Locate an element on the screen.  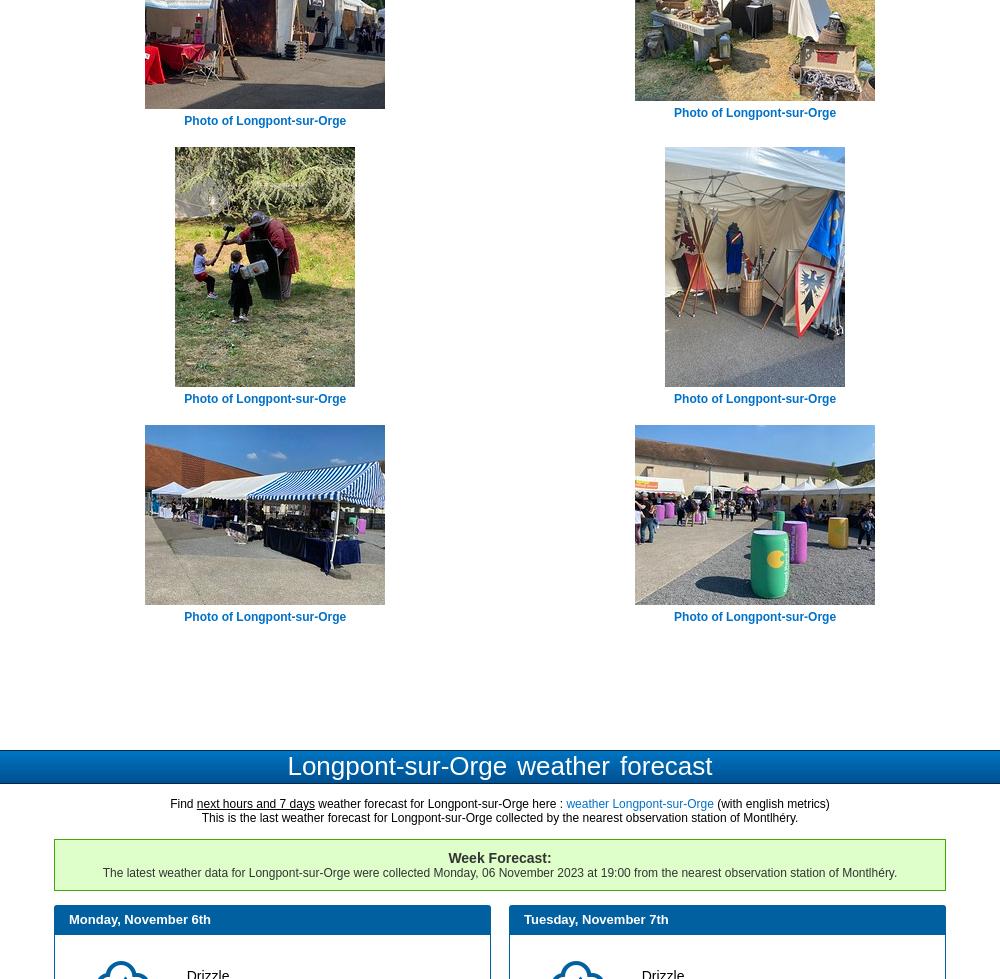
'next hours and 7 days' is located at coordinates (255, 801).